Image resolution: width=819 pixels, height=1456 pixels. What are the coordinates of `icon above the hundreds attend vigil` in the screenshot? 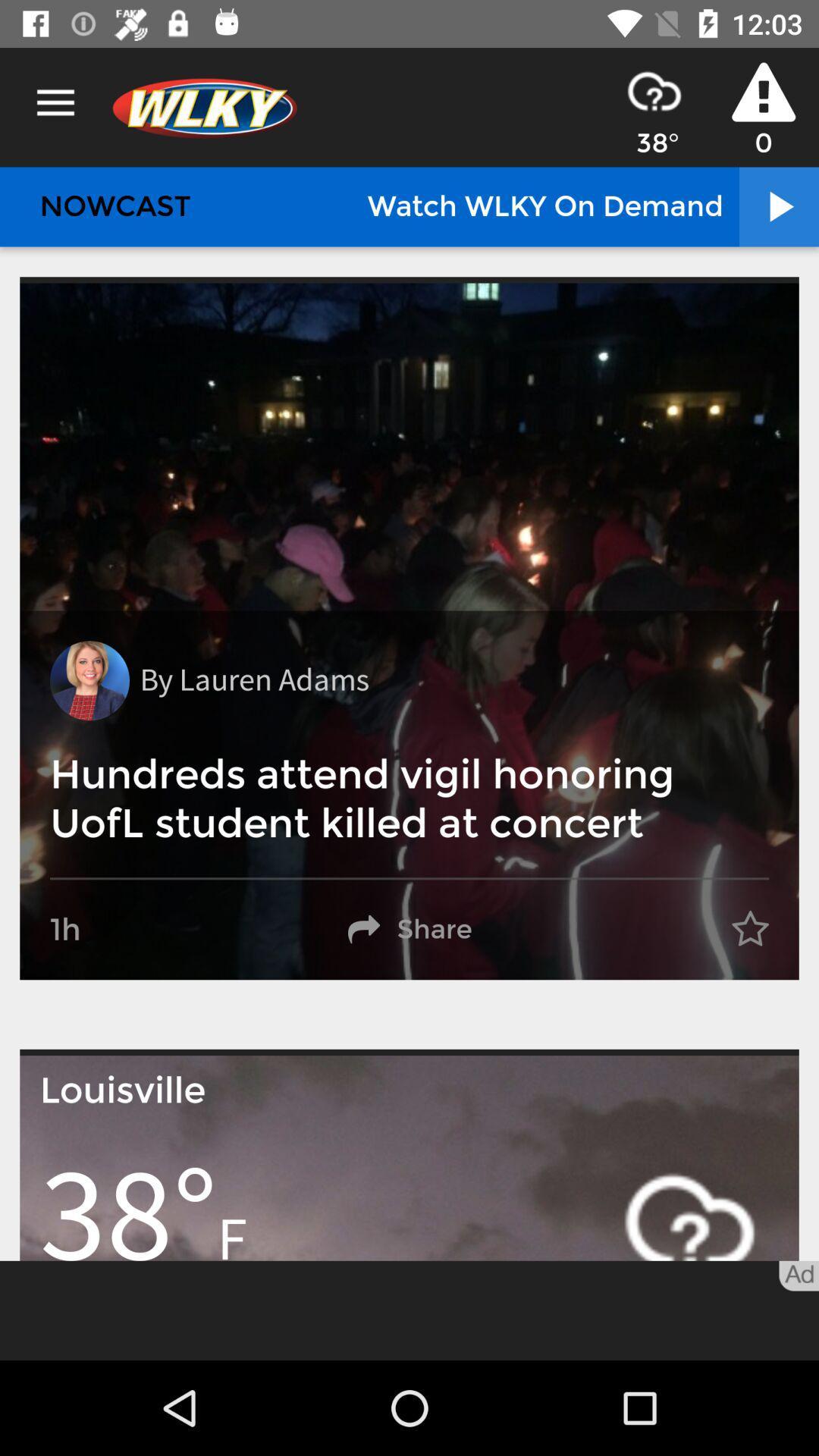 It's located at (89, 679).